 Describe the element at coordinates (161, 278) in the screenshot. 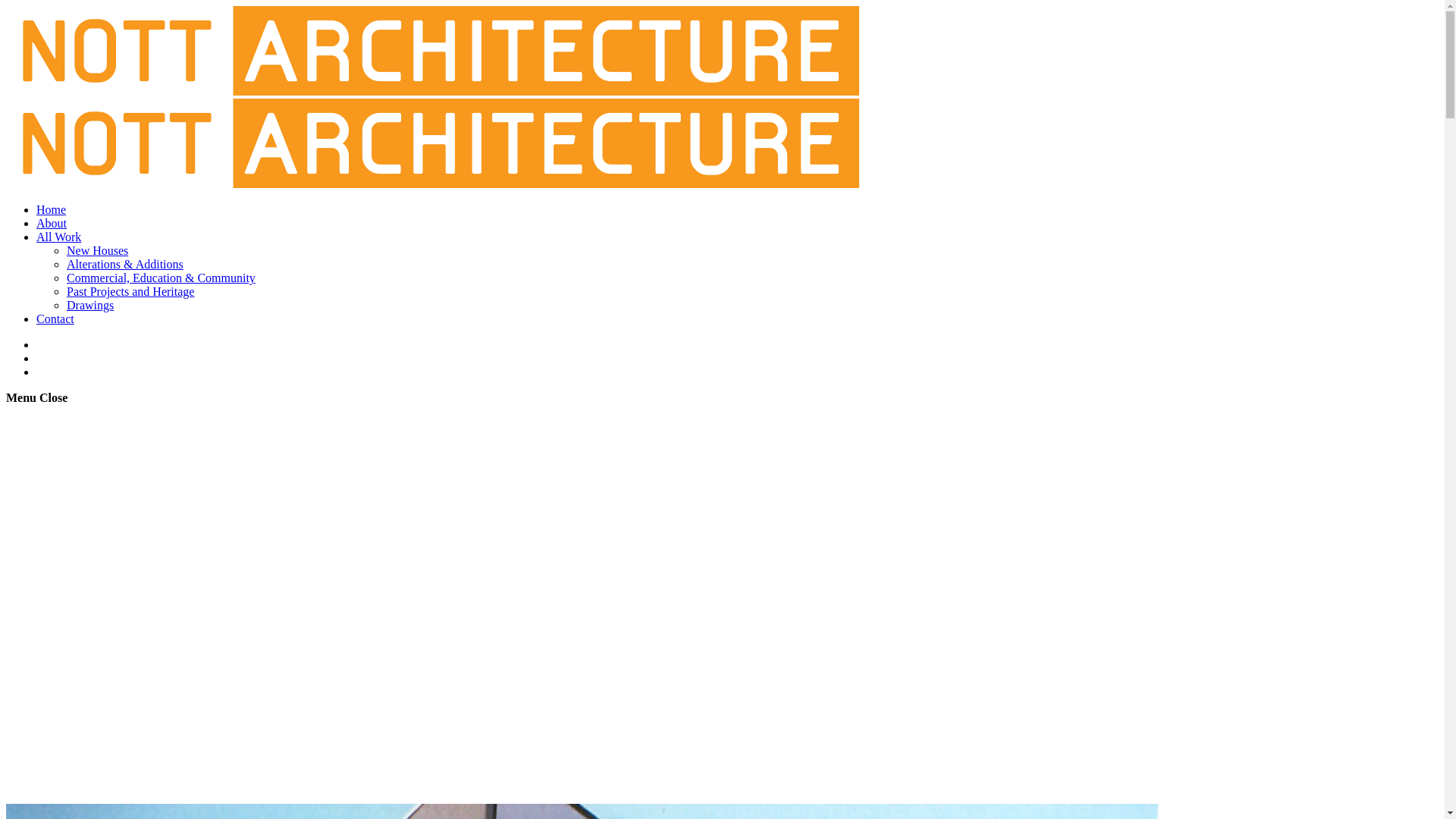

I see `'Commercial, Education & Community'` at that location.